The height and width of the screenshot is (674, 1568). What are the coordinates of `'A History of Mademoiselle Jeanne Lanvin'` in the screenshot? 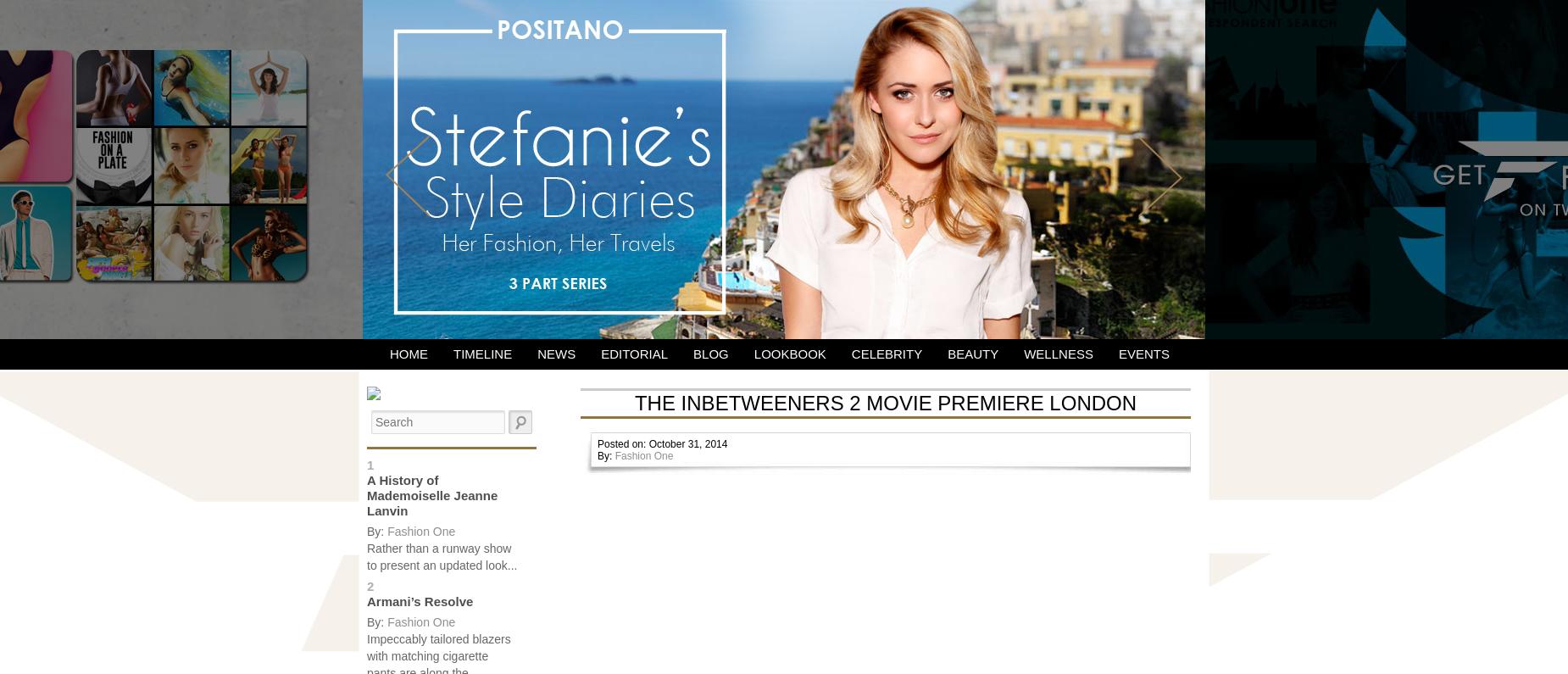 It's located at (432, 493).